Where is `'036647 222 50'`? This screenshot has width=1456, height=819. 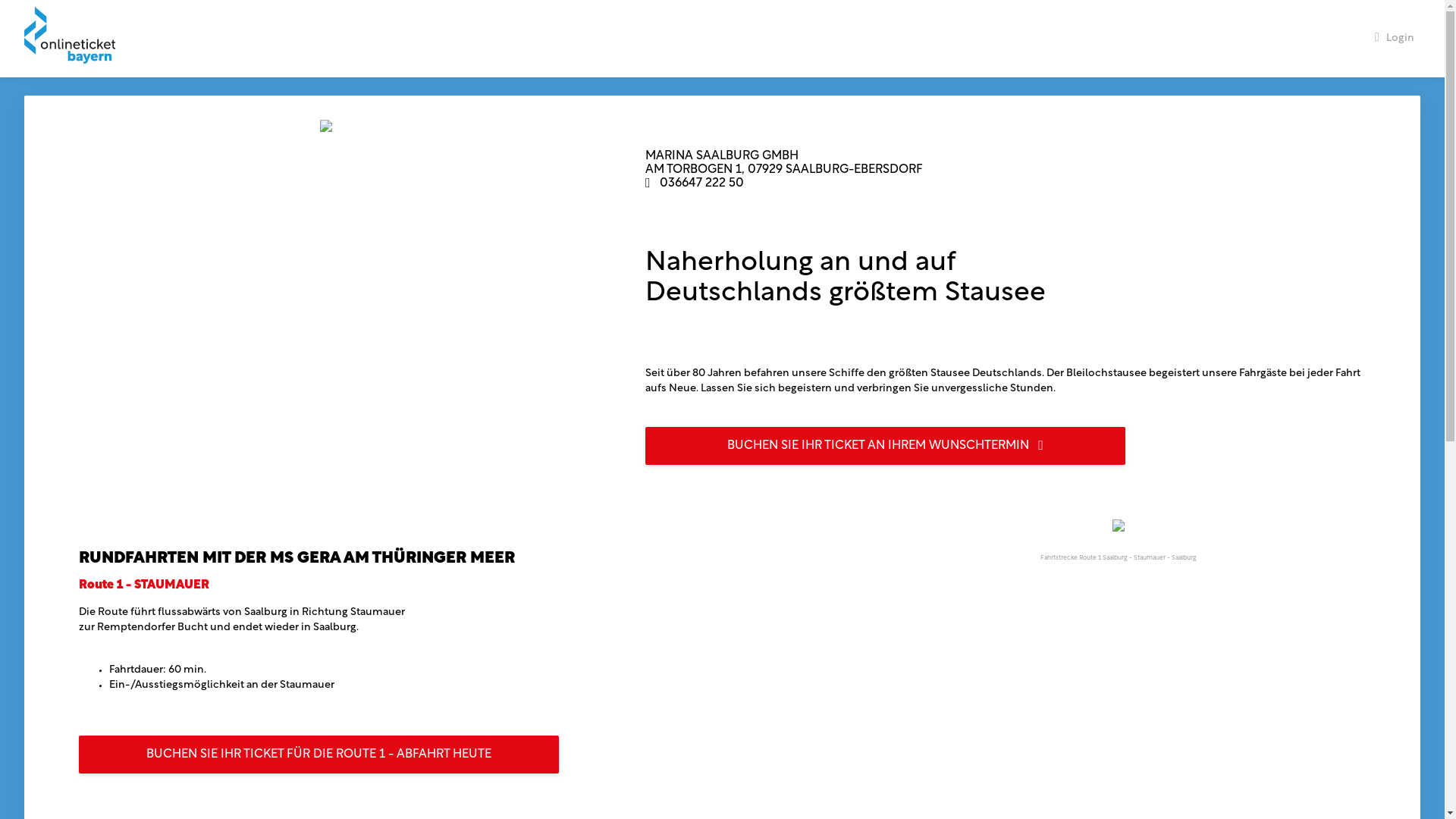 '036647 222 50' is located at coordinates (701, 183).